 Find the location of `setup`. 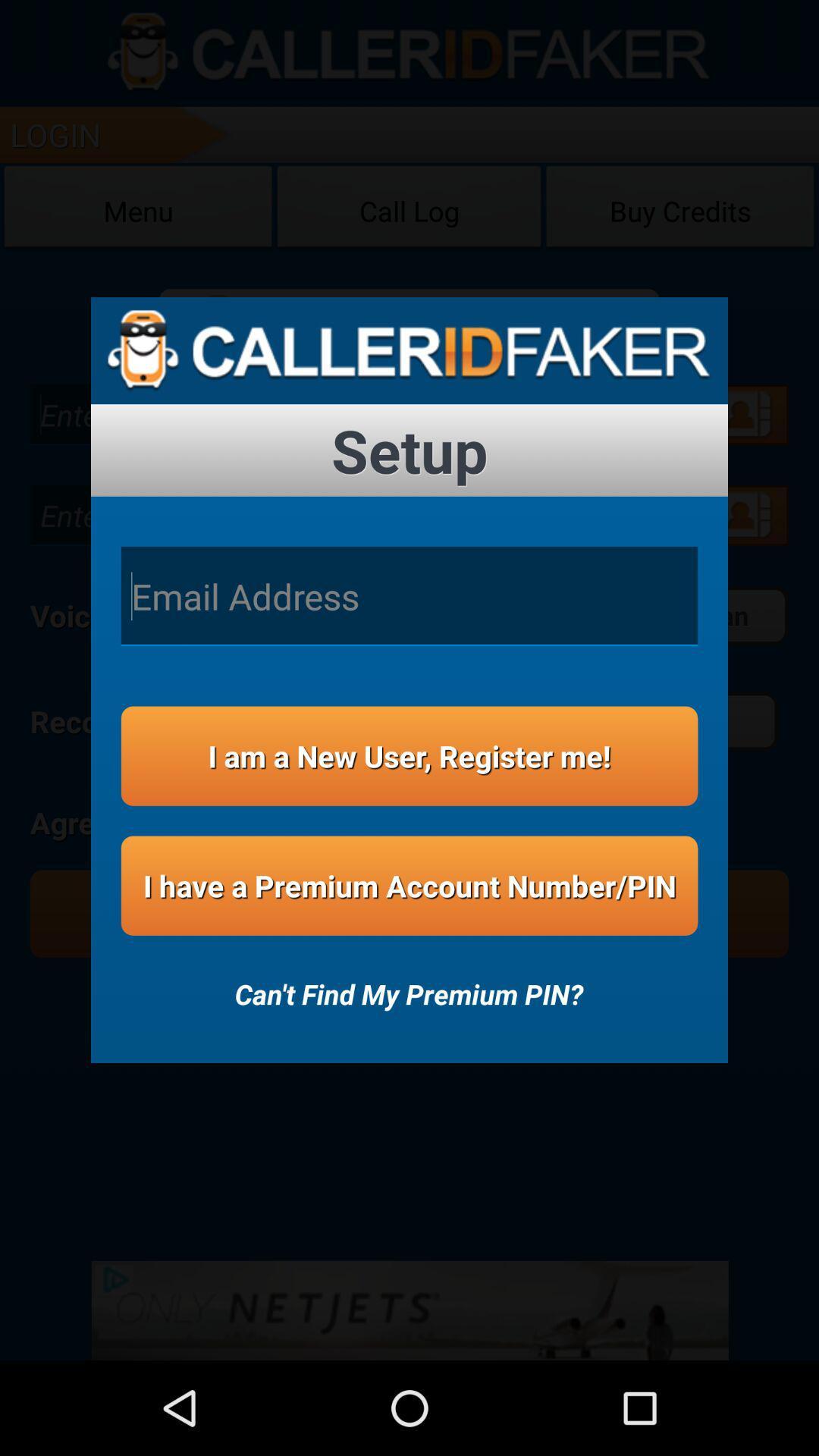

setup is located at coordinates (409, 450).